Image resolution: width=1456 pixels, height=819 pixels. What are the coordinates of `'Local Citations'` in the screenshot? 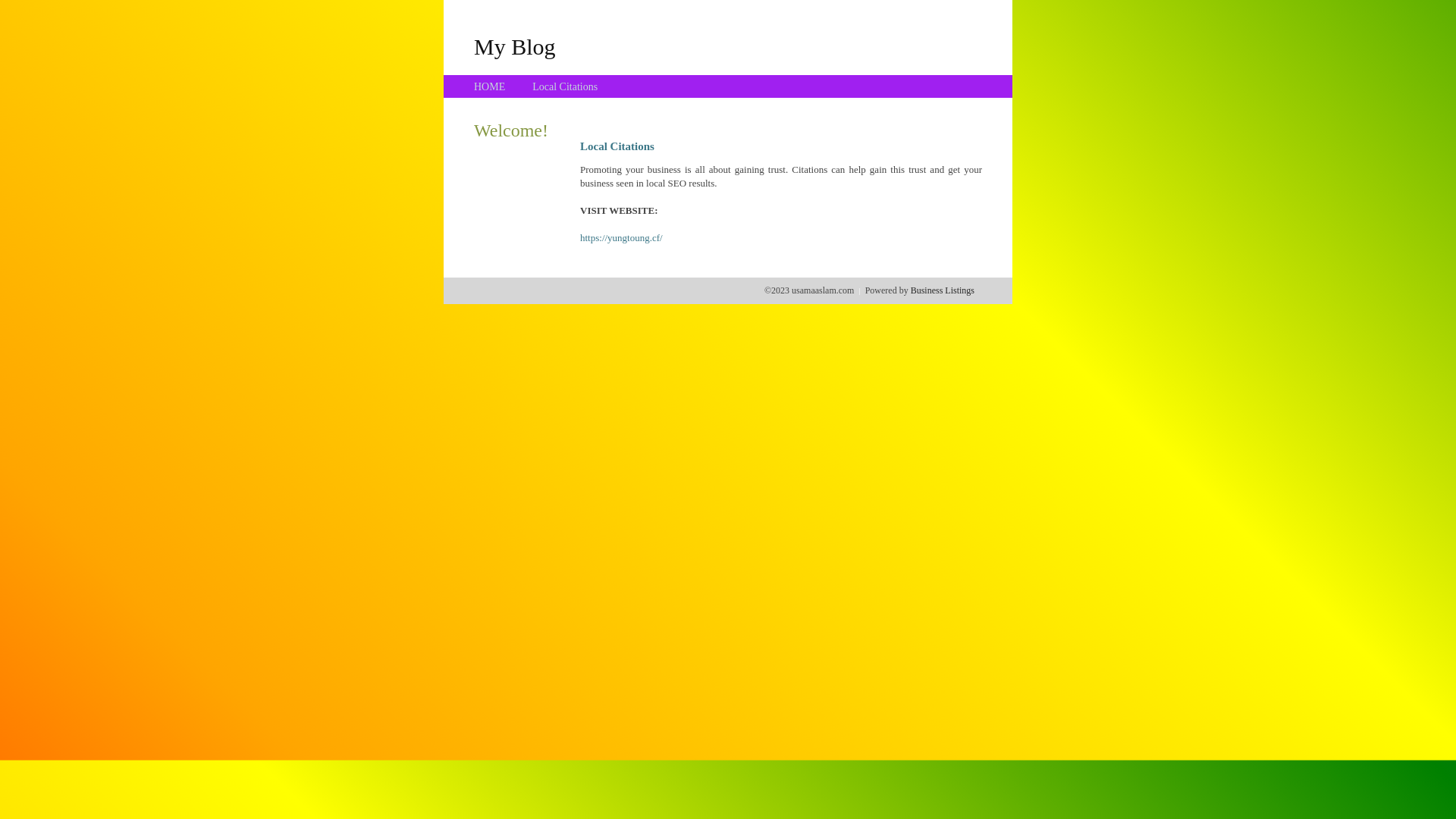 It's located at (532, 86).